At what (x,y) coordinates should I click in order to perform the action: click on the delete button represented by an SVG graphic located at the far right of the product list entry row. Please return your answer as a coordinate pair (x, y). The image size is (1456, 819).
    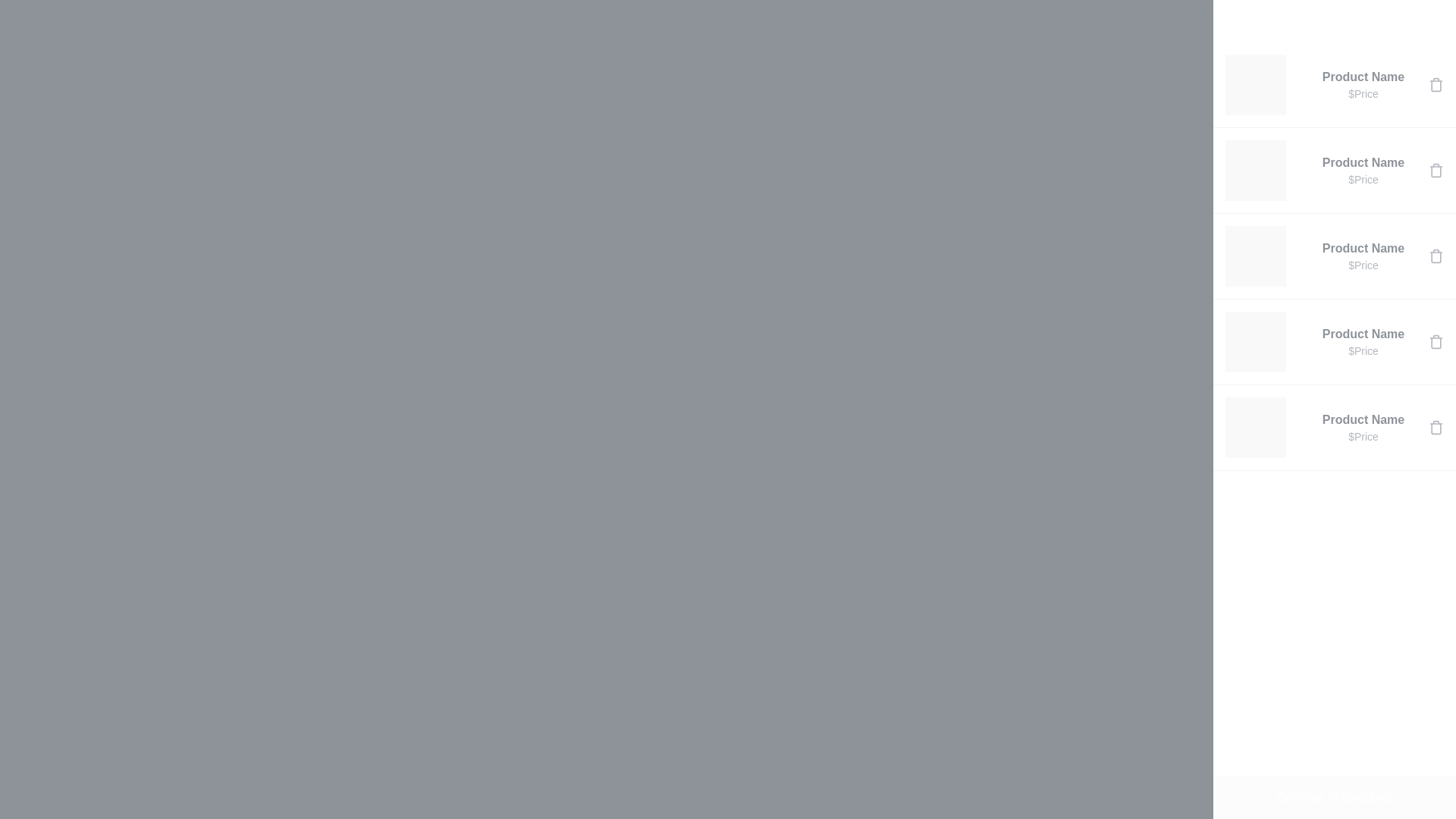
    Looking at the image, I should click on (1436, 84).